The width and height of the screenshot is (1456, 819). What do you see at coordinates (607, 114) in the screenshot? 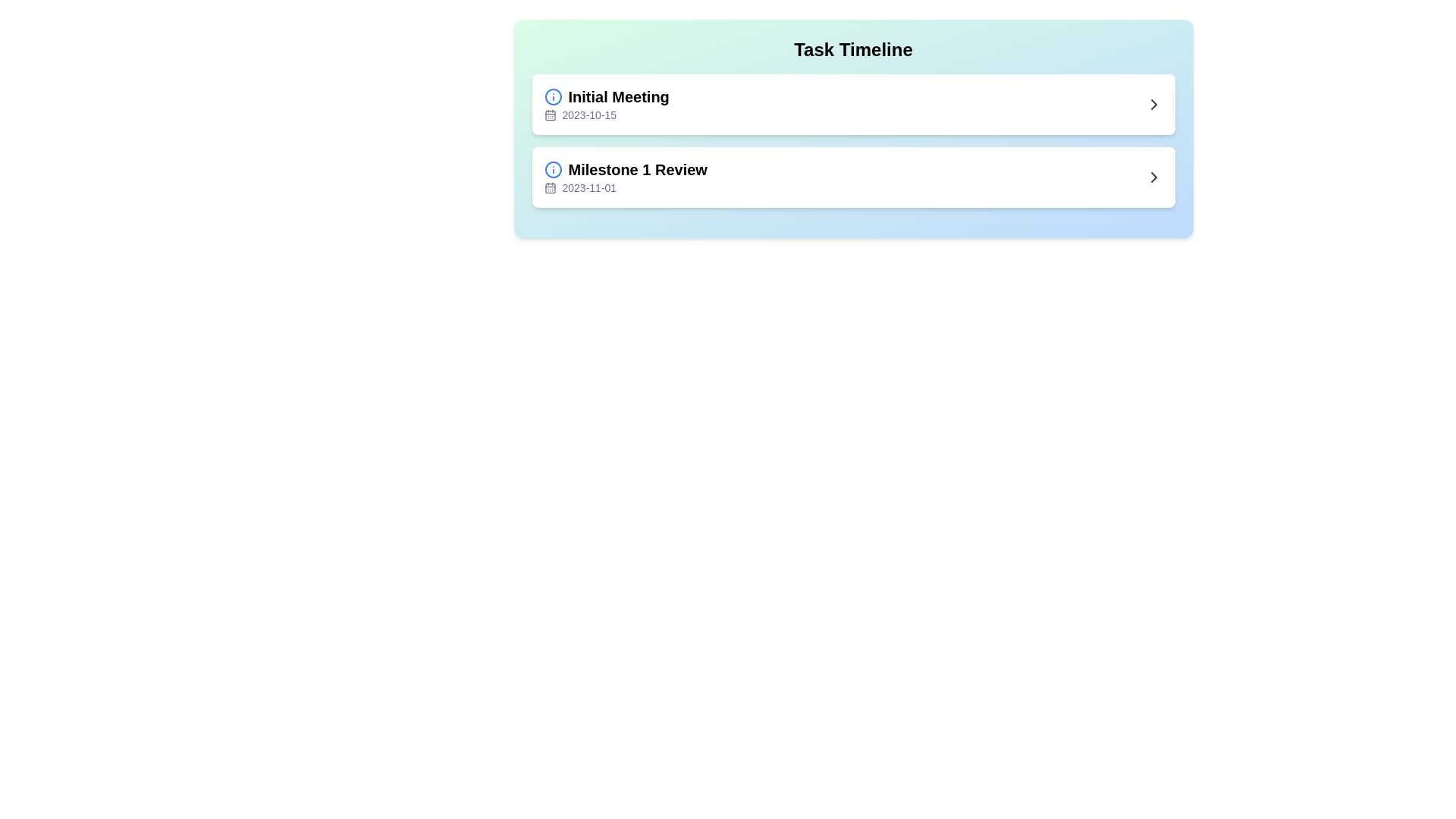
I see `the text component displaying the date '2023-10-15' with a compact calendar icon preceding it, which is positioned below the 'Initial Meeting' title` at bounding box center [607, 114].